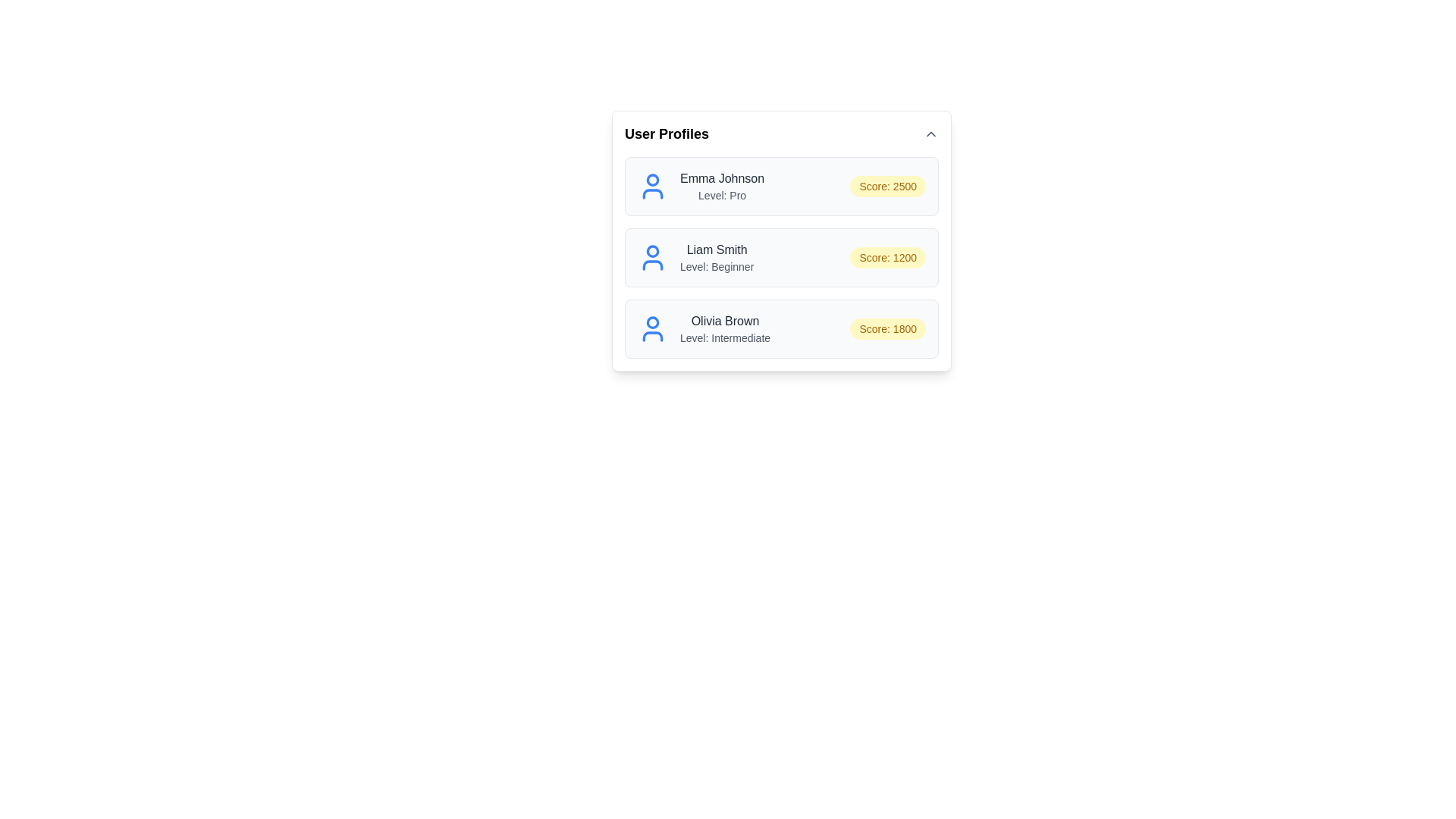 This screenshot has height=819, width=1456. What do you see at coordinates (716, 256) in the screenshot?
I see `the user name and level label displaying 'Liam Smith' and 'Level: Beginner' in the second user profile card of the 'User Profiles' list` at bounding box center [716, 256].